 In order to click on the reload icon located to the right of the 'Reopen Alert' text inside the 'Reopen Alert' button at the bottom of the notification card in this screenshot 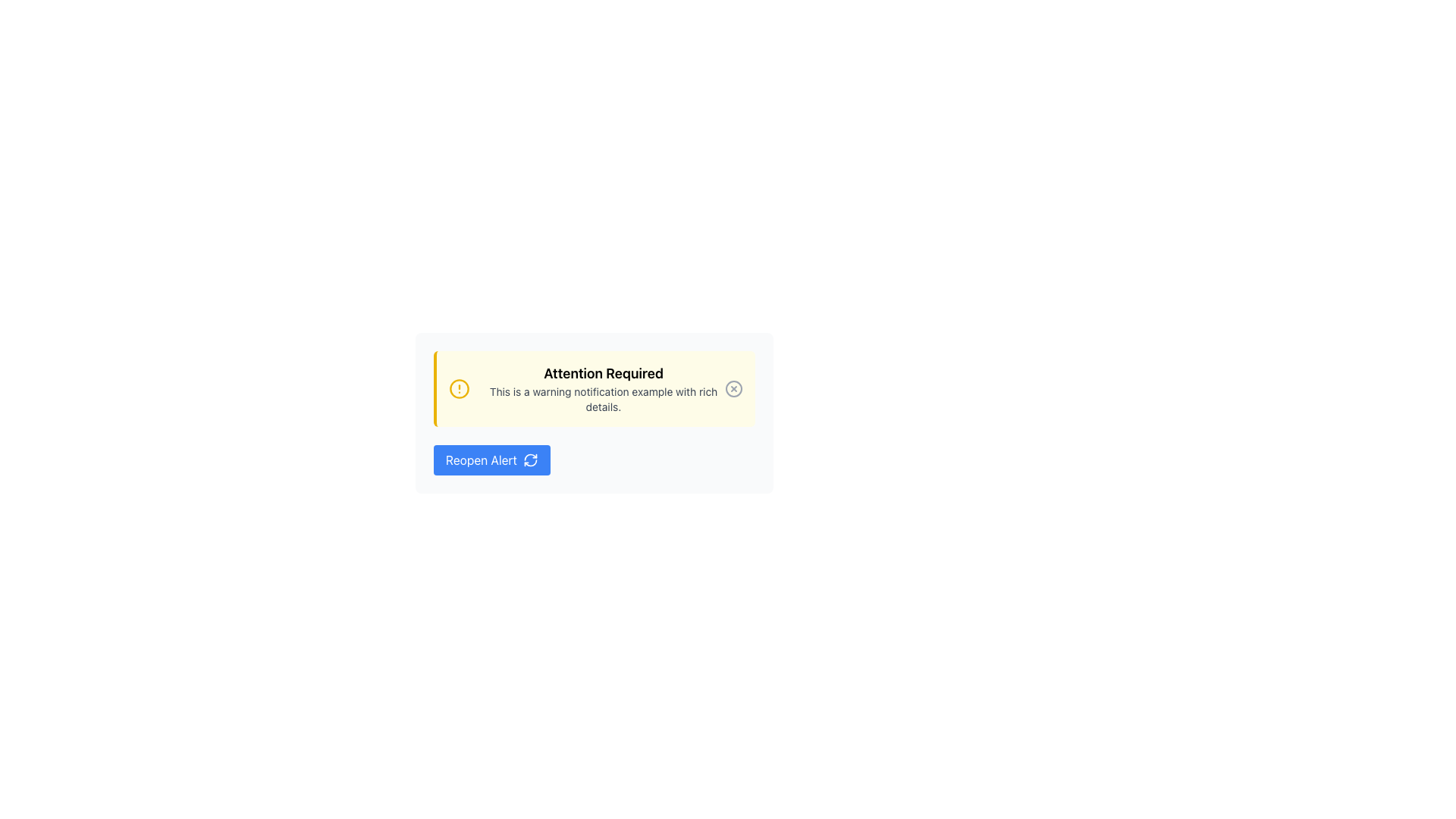, I will do `click(530, 459)`.